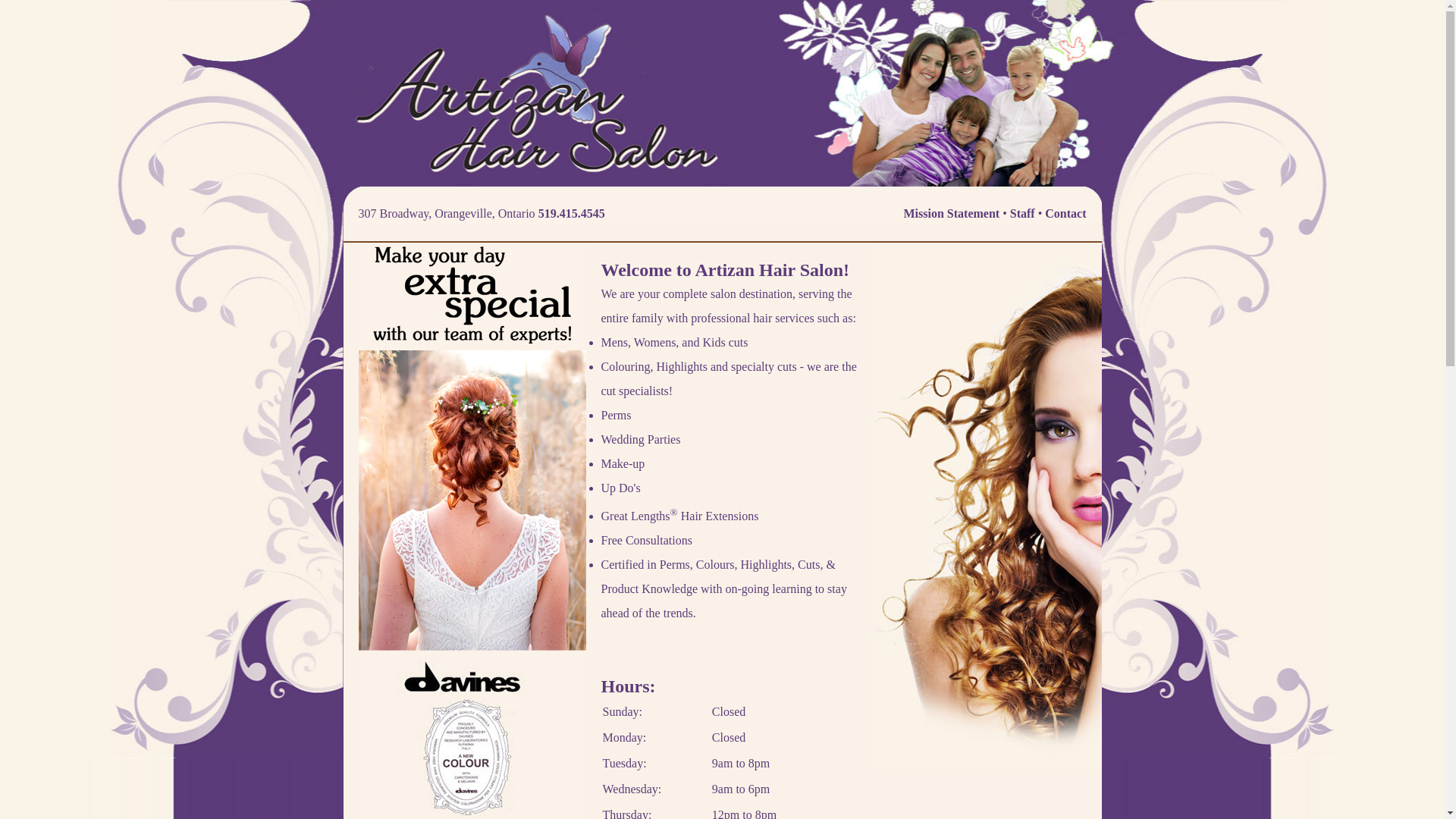 The image size is (1456, 819). I want to click on 'Mission Statement', so click(903, 213).